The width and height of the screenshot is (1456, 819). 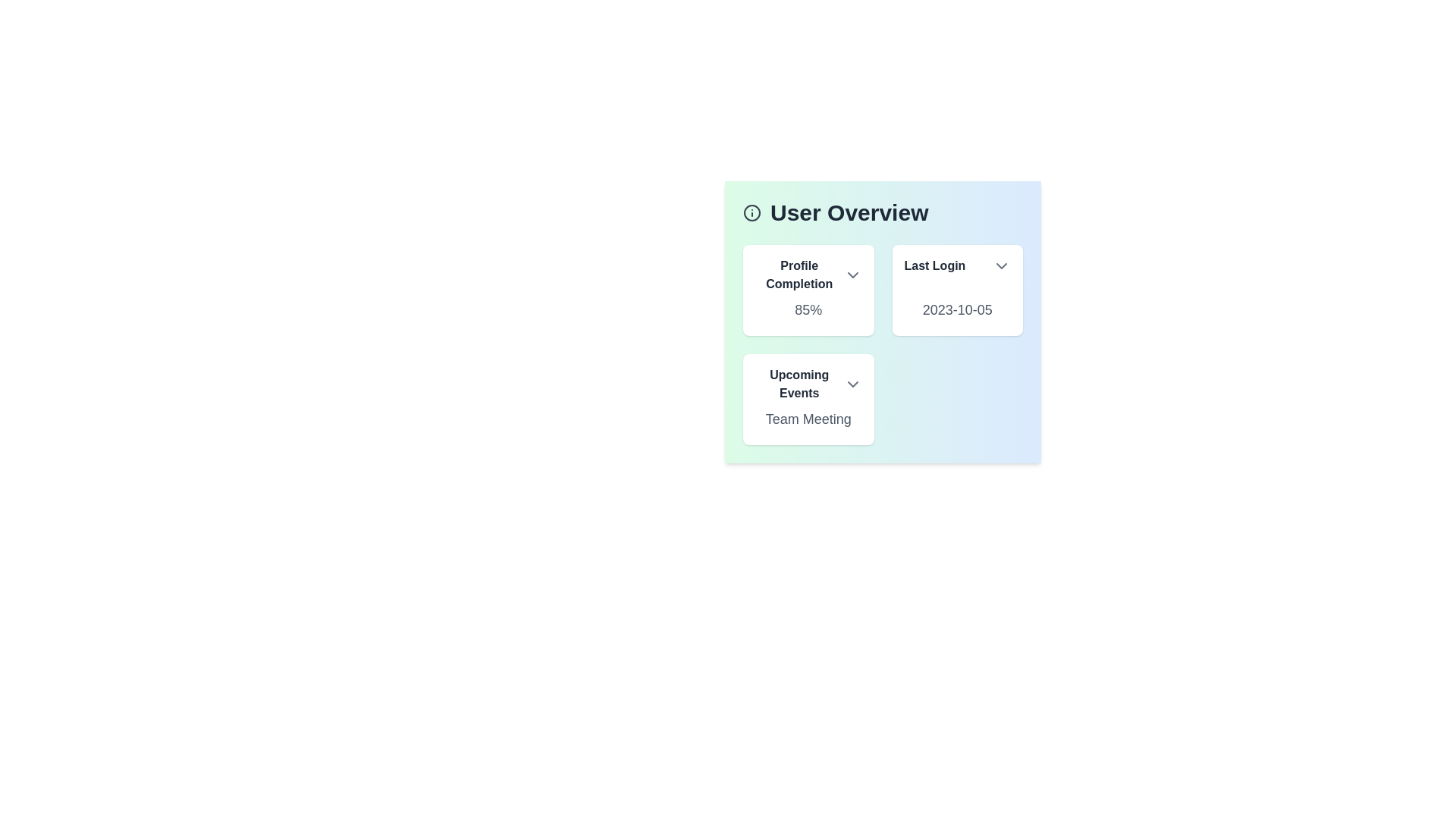 What do you see at coordinates (752, 213) in the screenshot?
I see `the circular icon with an 'i' letter in the center, which is positioned to the left of the 'User Overview' heading` at bounding box center [752, 213].